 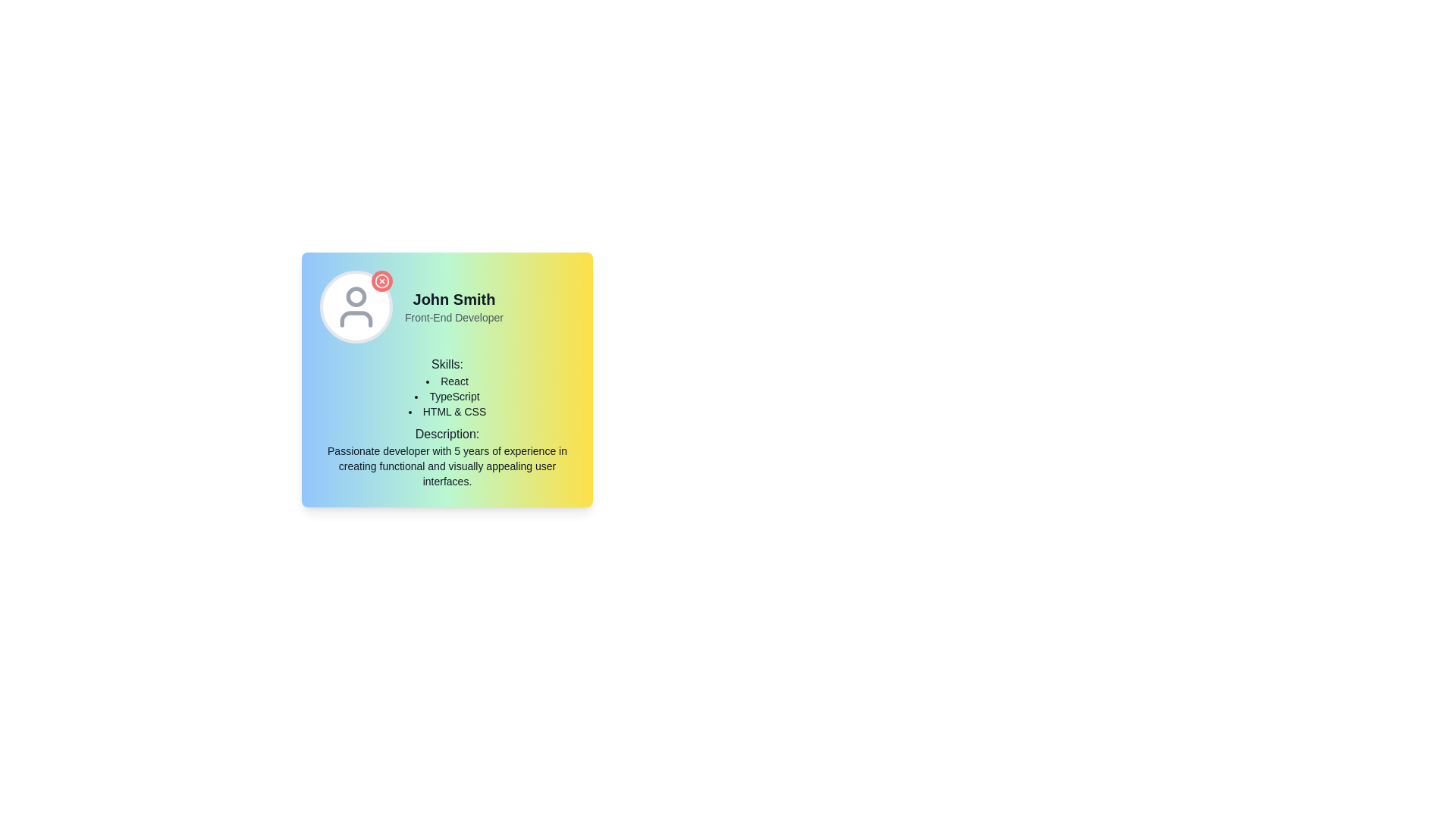 I want to click on the Text display component featuring the name 'John Smith' and job title 'Front-End Developer', located near the top-left section of a rounded rectangle, so click(x=447, y=307).